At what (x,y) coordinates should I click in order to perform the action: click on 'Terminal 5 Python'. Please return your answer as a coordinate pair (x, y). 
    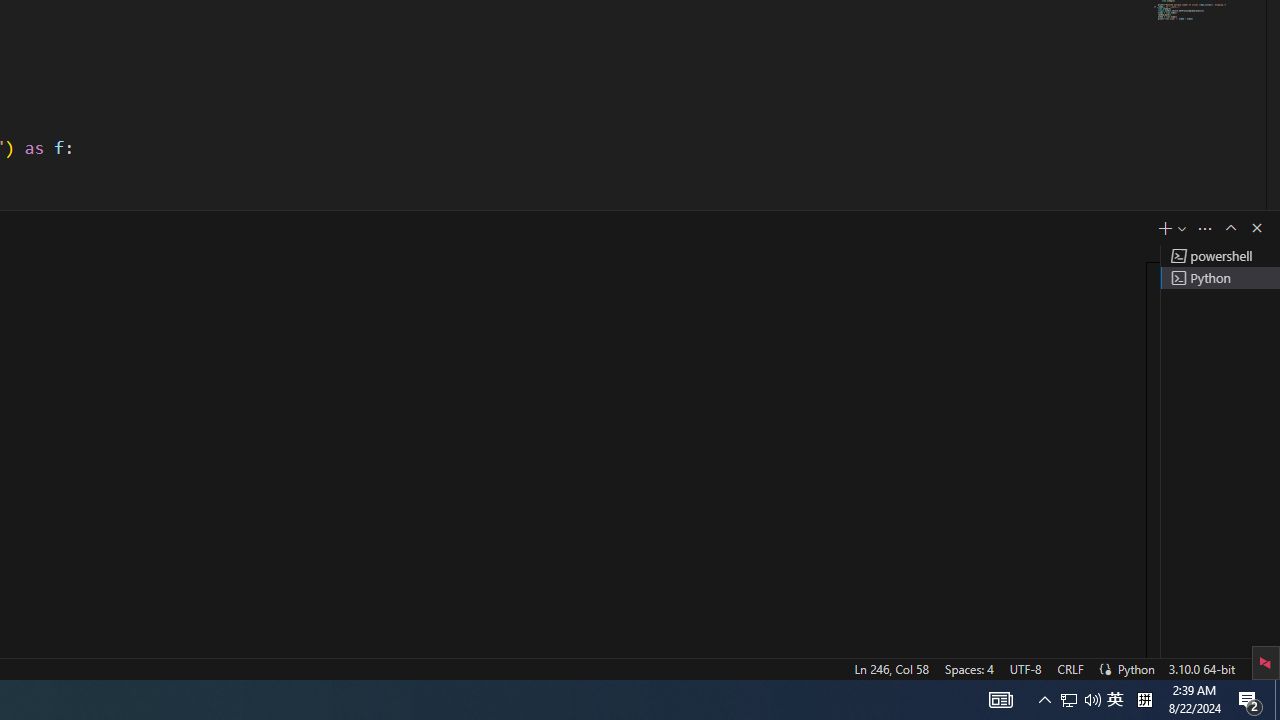
    Looking at the image, I should click on (1219, 277).